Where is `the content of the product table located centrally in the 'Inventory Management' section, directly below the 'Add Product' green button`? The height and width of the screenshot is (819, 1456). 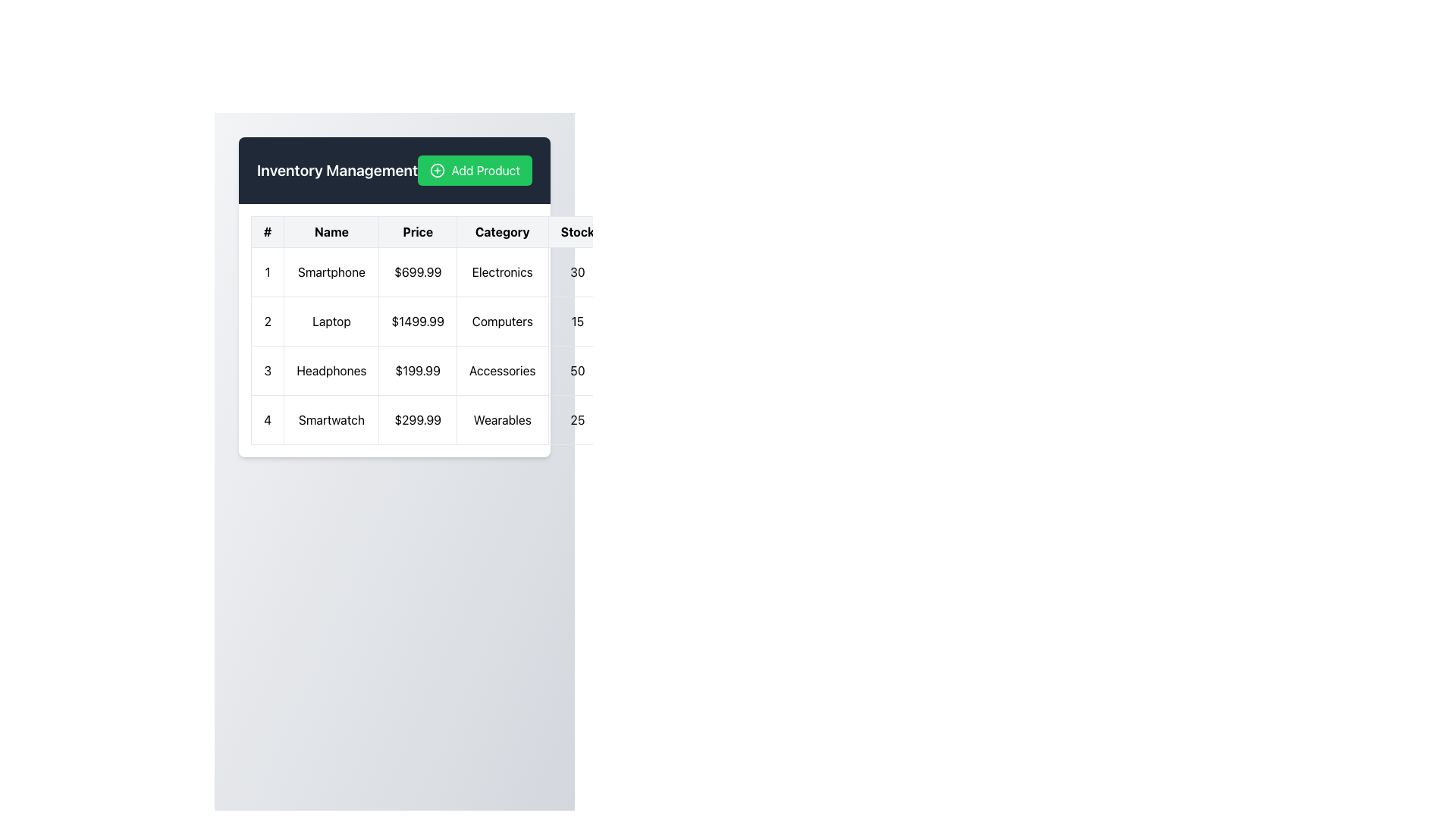
the content of the product table located centrally in the 'Inventory Management' section, directly below the 'Add Product' green button is located at coordinates (394, 329).